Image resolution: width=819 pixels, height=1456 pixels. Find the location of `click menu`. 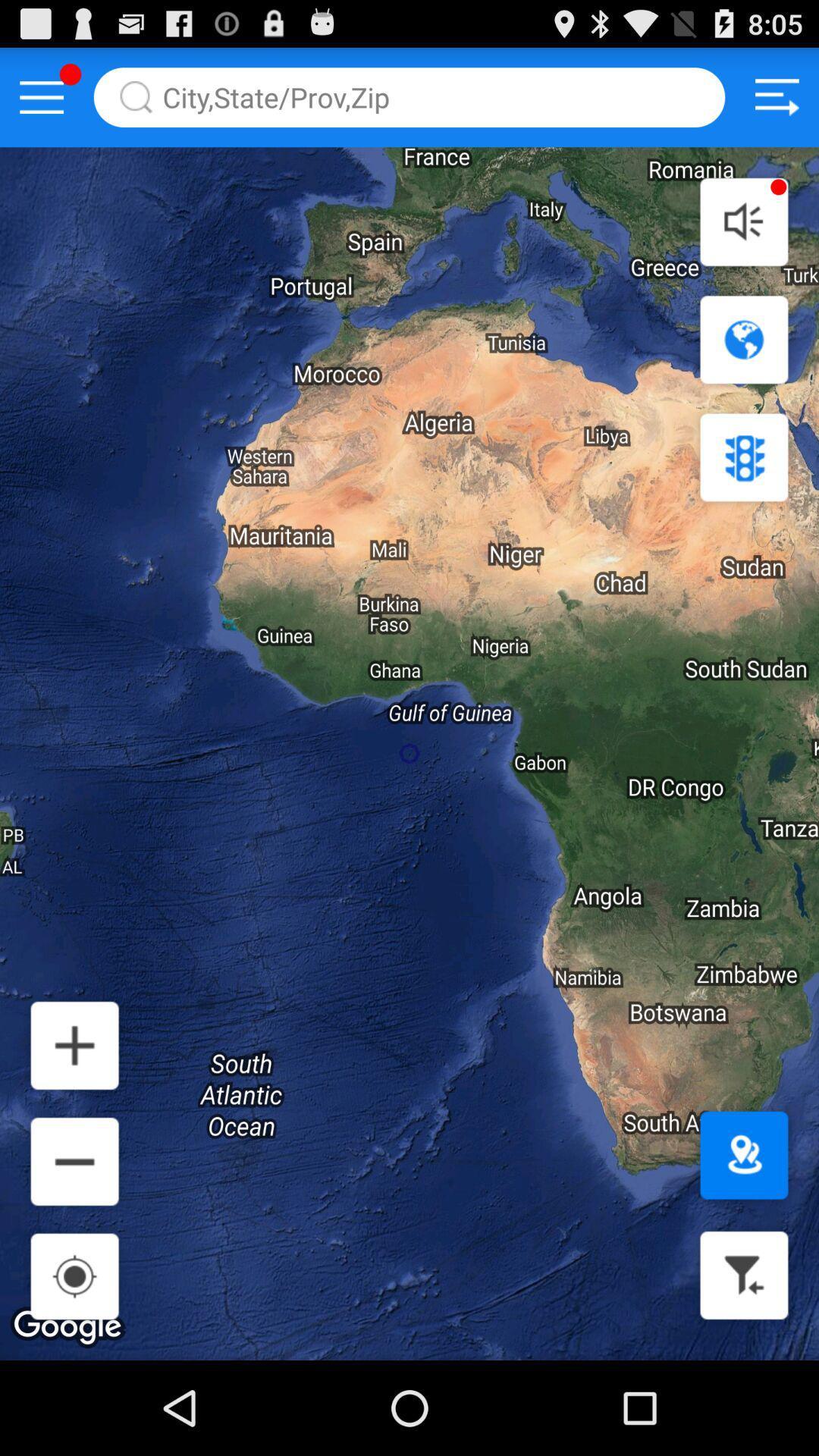

click menu is located at coordinates (41, 96).